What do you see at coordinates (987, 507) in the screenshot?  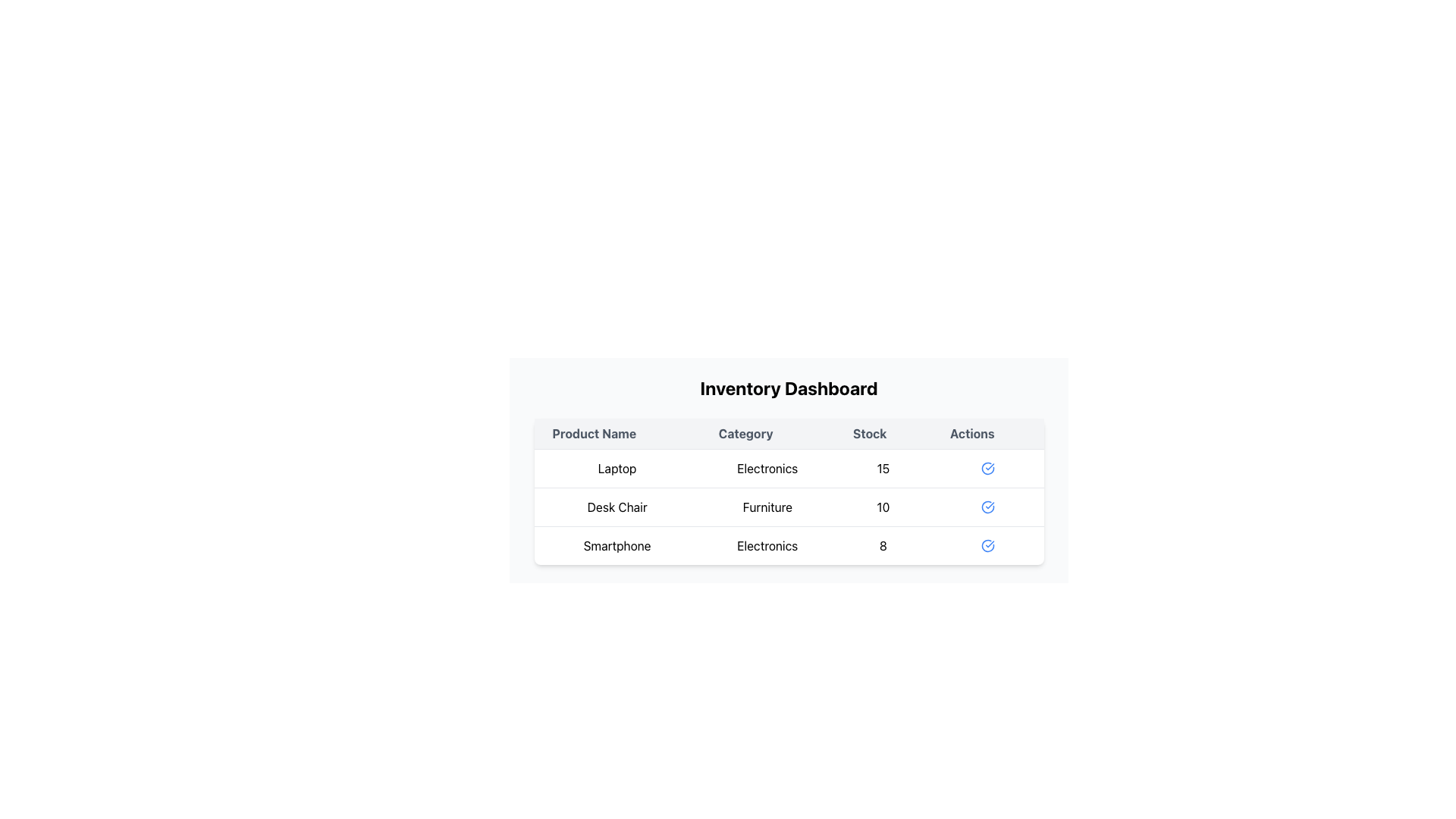 I see `the circular check icon in the 'Actions' column of the third row labeled 'Smartphone'` at bounding box center [987, 507].